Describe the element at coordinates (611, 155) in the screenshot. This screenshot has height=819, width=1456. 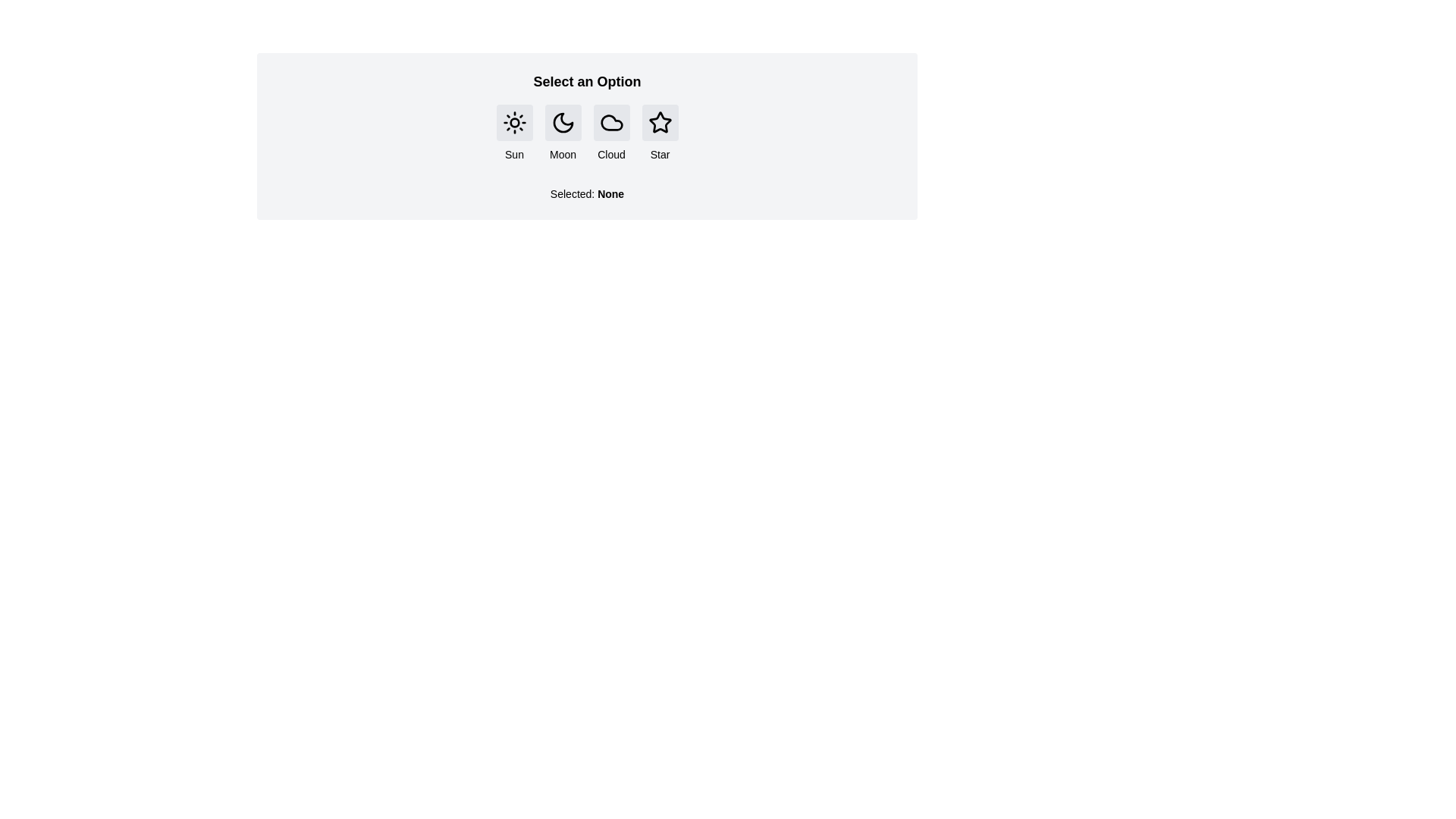
I see `text label displaying 'Cloud', which is positioned below the cloud icon and is the second option among four (Sun, Moon, Cloud, Star)` at that location.